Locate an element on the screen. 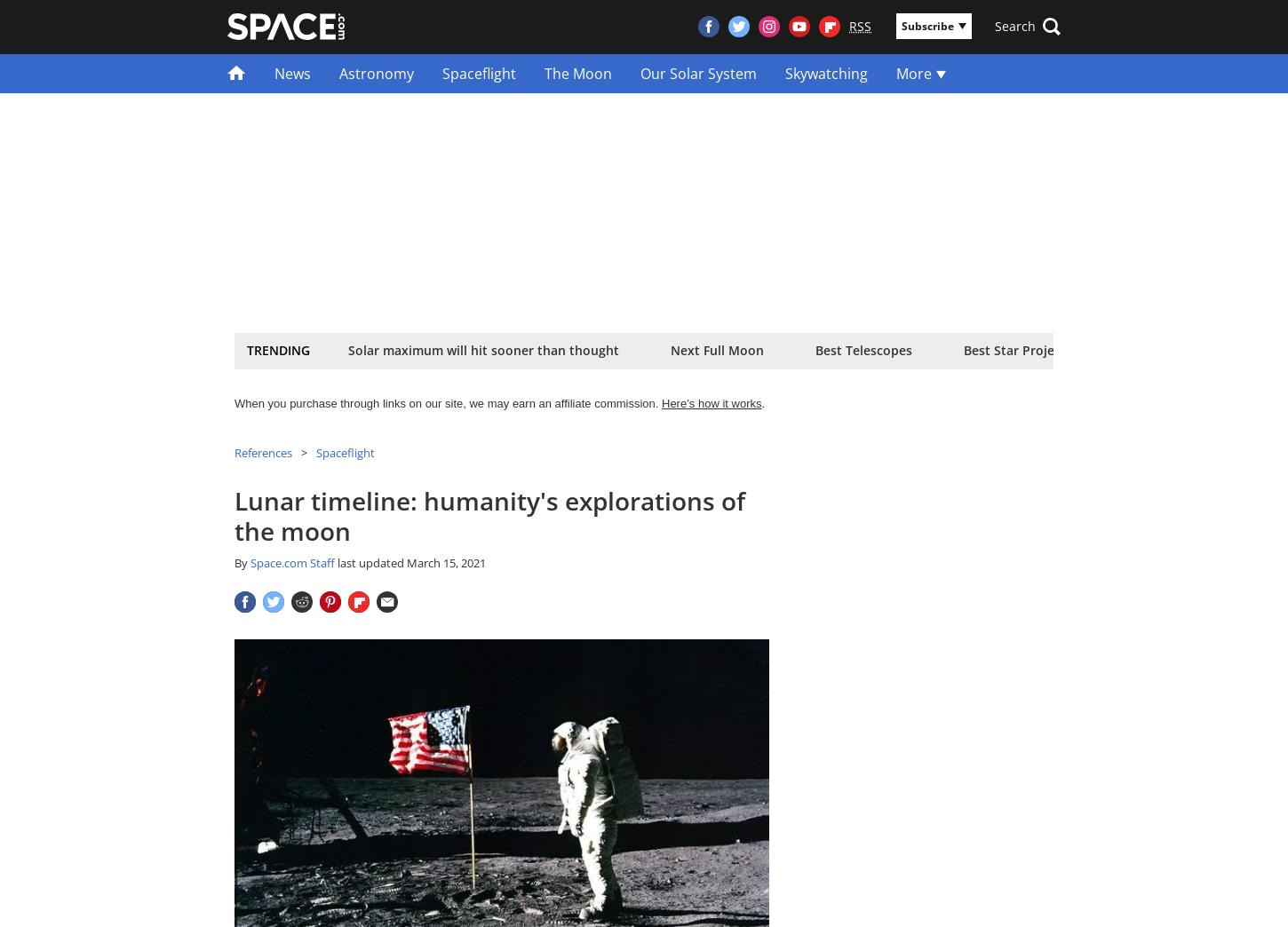  '$28.75' is located at coordinates (502, 360).